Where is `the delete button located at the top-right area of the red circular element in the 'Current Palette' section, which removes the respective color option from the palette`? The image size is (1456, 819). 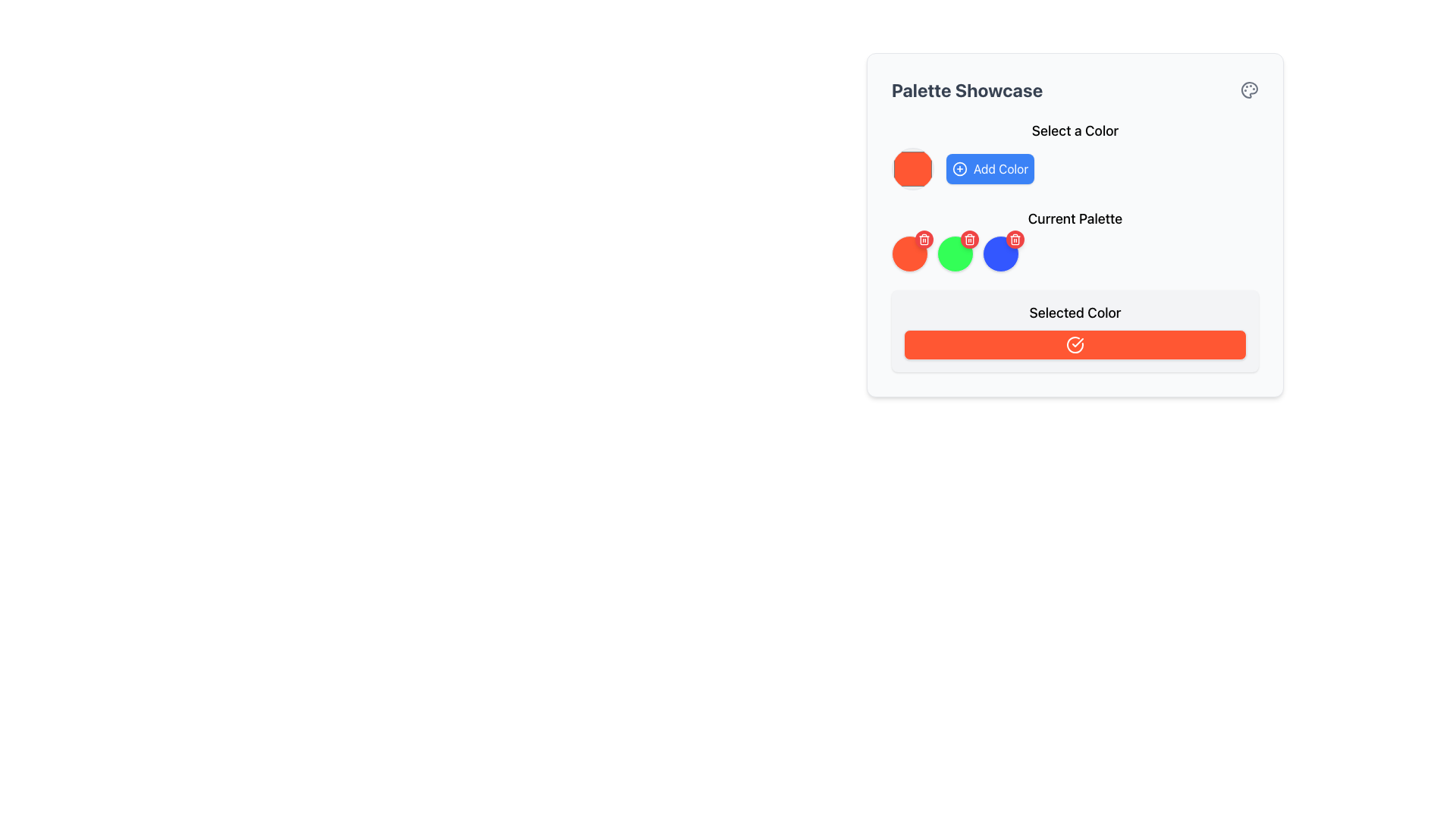 the delete button located at the top-right area of the red circular element in the 'Current Palette' section, which removes the respective color option from the palette is located at coordinates (924, 239).